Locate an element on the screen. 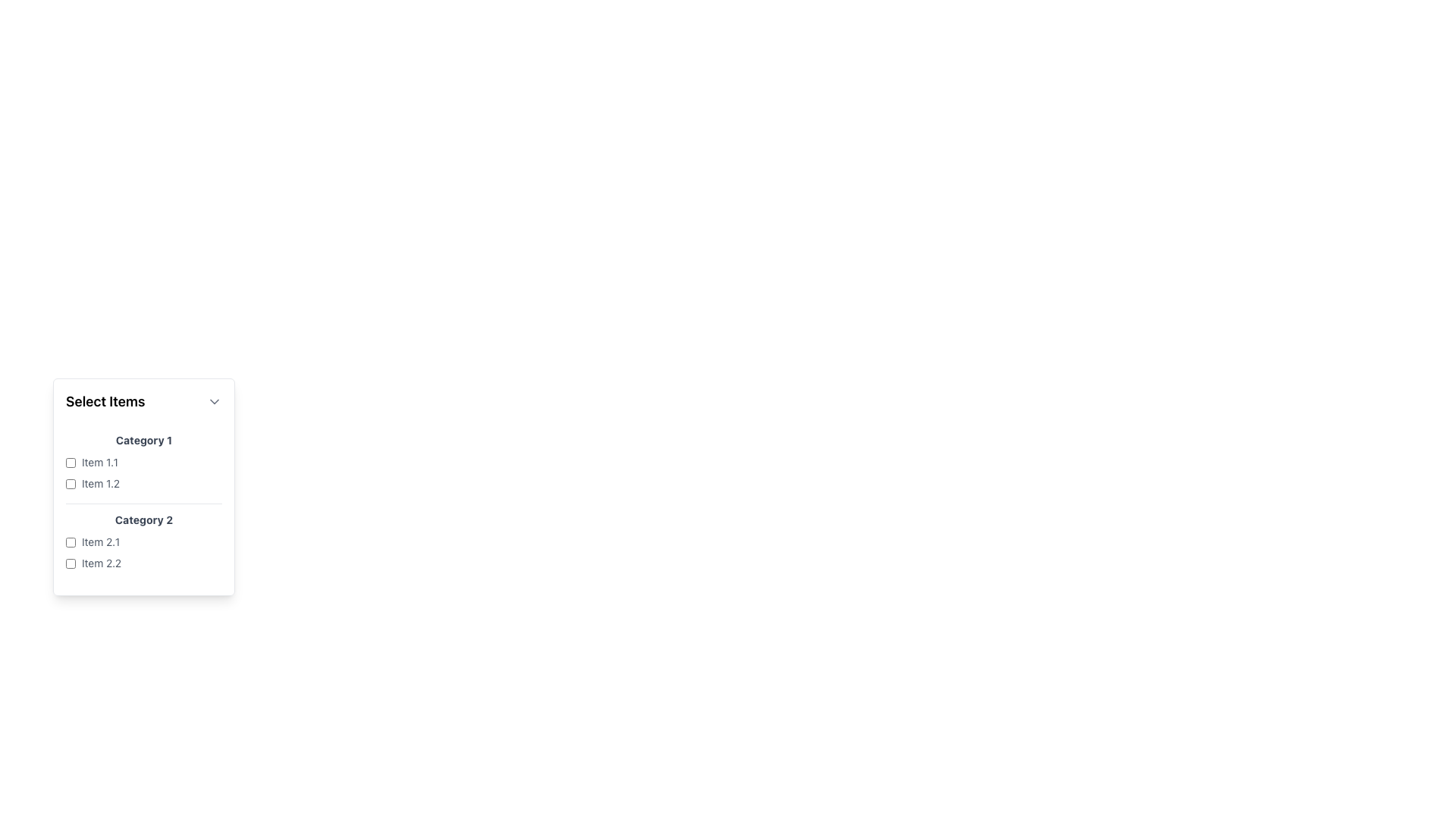 Image resolution: width=1456 pixels, height=819 pixels. the second category header text label in the dropdown menu, which is positioned below 'Category 1' and above 'Item 2.1' and 'Item 2.2' is located at coordinates (144, 519).